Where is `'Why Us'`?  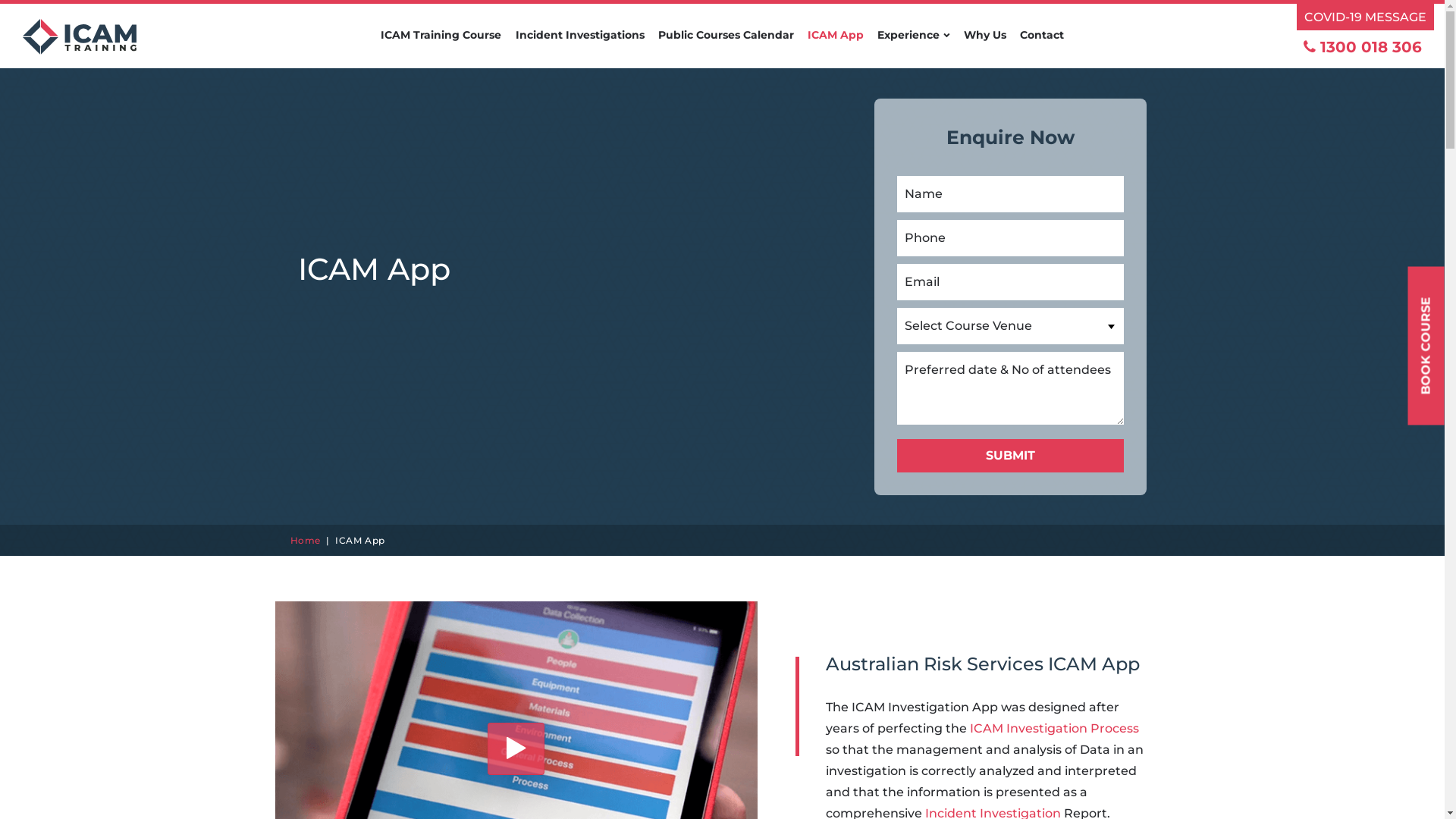 'Why Us' is located at coordinates (984, 45).